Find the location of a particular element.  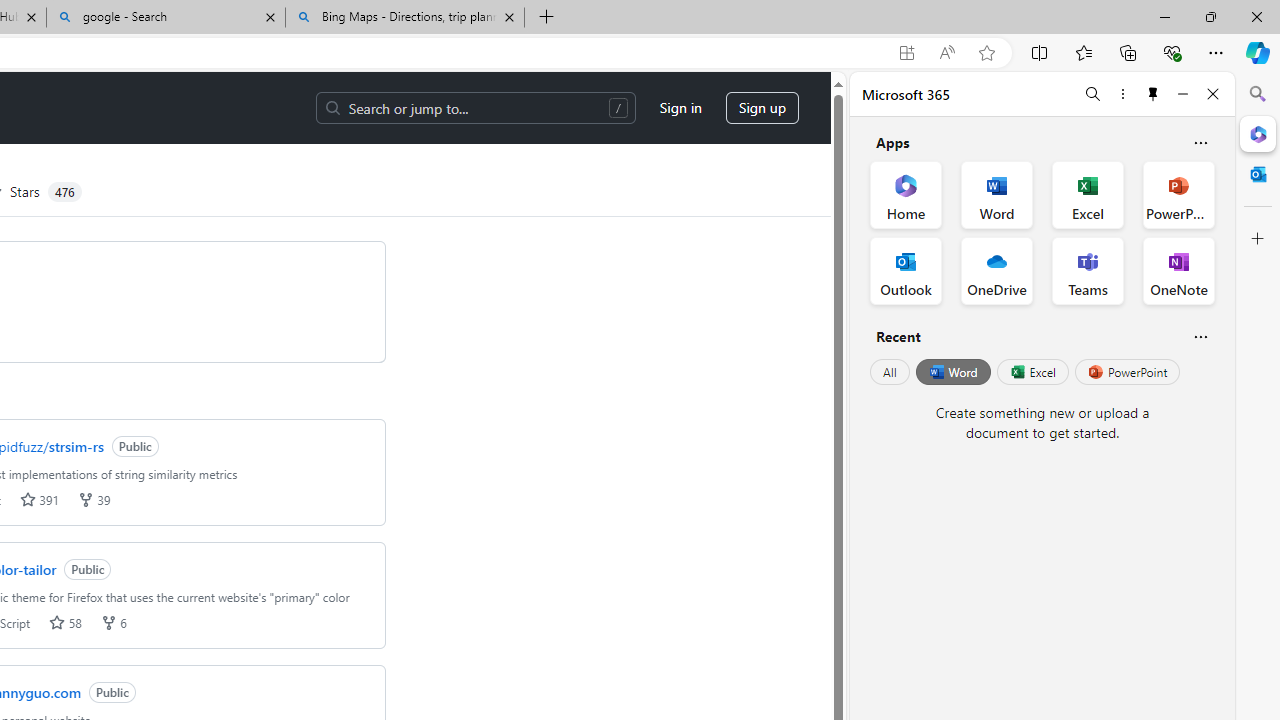

'forks 6' is located at coordinates (112, 621).